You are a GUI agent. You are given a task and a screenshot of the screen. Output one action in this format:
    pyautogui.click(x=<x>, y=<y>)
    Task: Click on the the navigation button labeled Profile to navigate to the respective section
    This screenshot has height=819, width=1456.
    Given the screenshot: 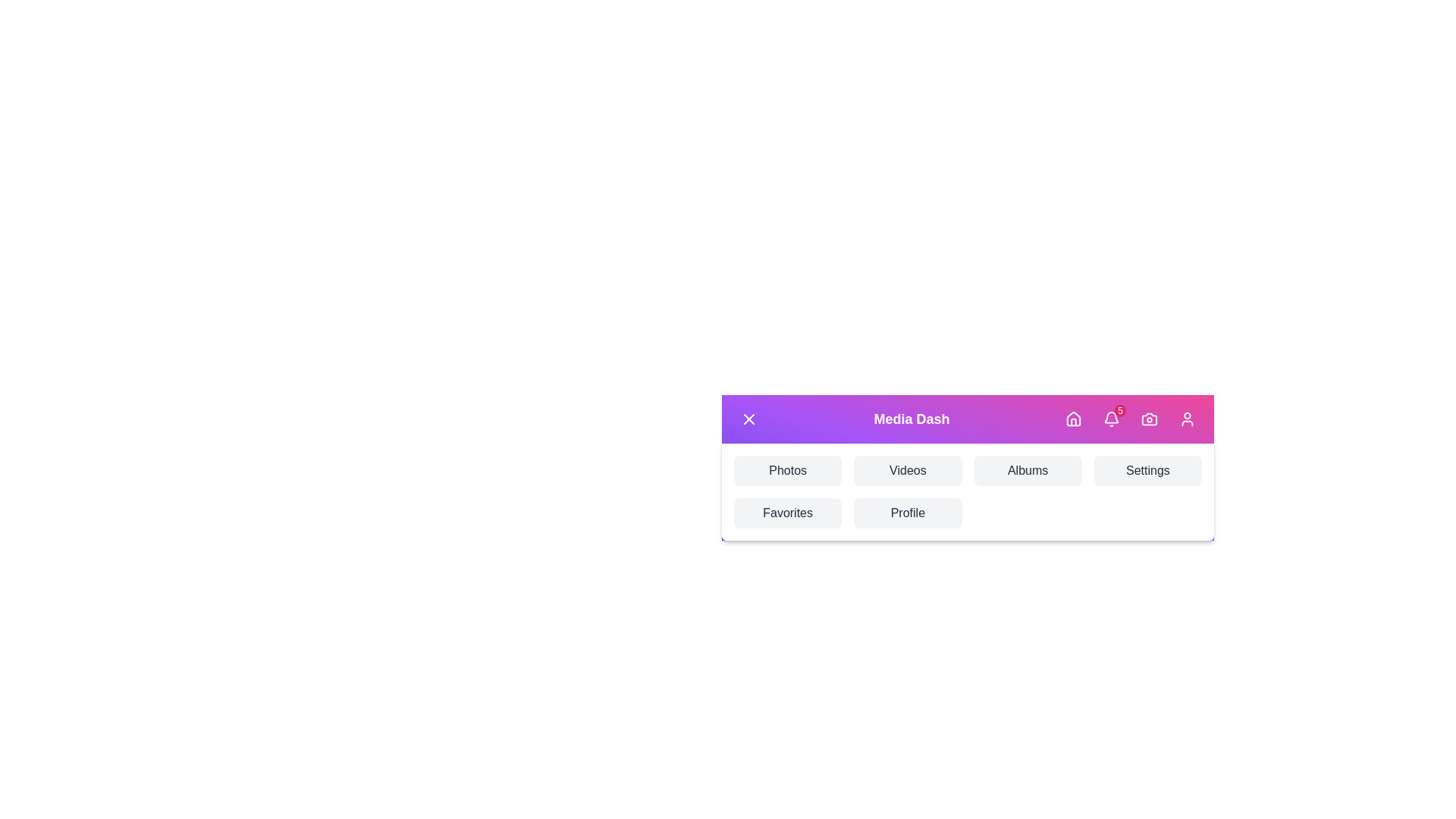 What is the action you would take?
    pyautogui.click(x=908, y=513)
    